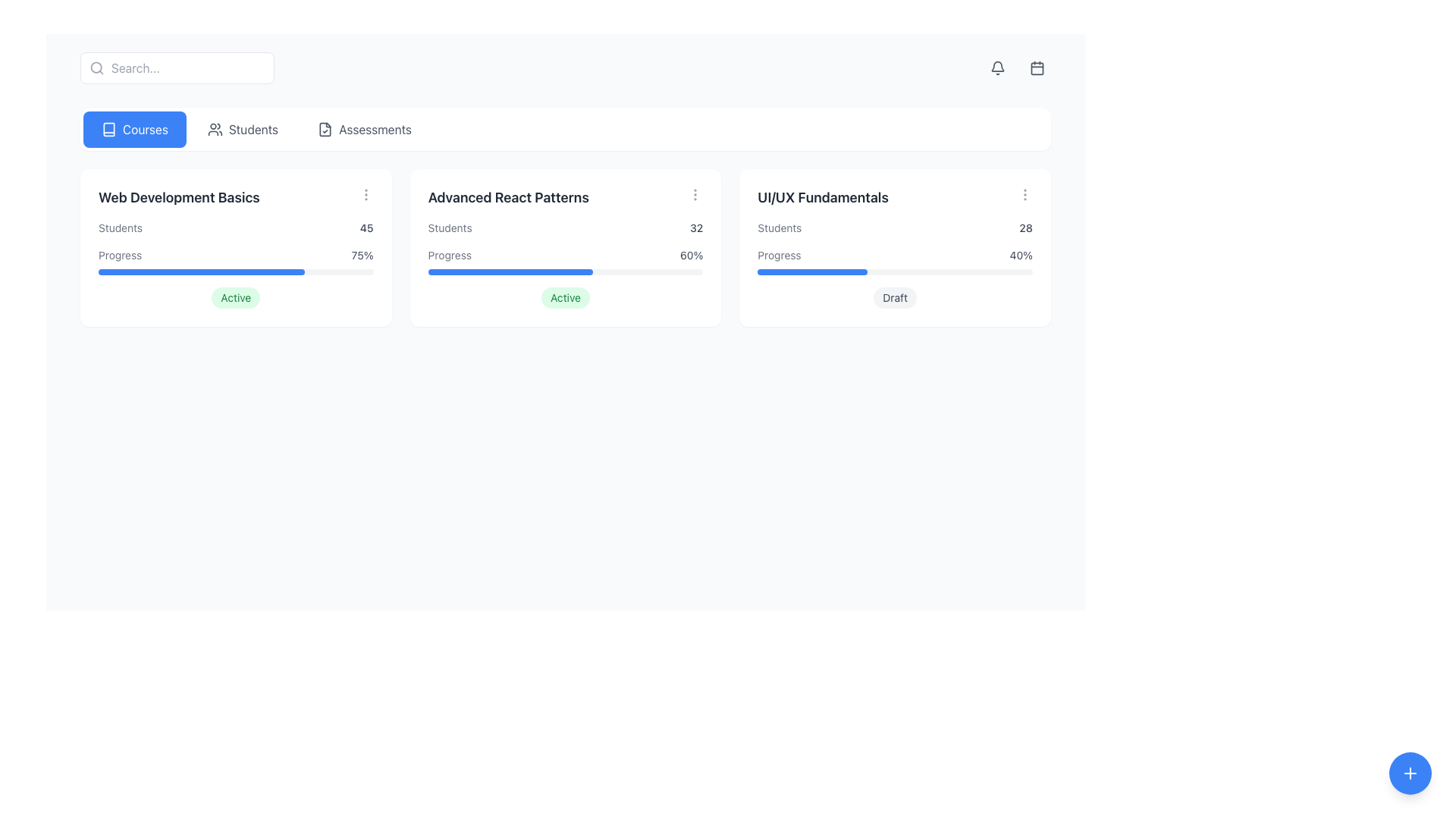 This screenshot has height=819, width=1456. I want to click on the '+' icon styled in a circular blue button located at the bottom-right corner of the interface, so click(1410, 773).